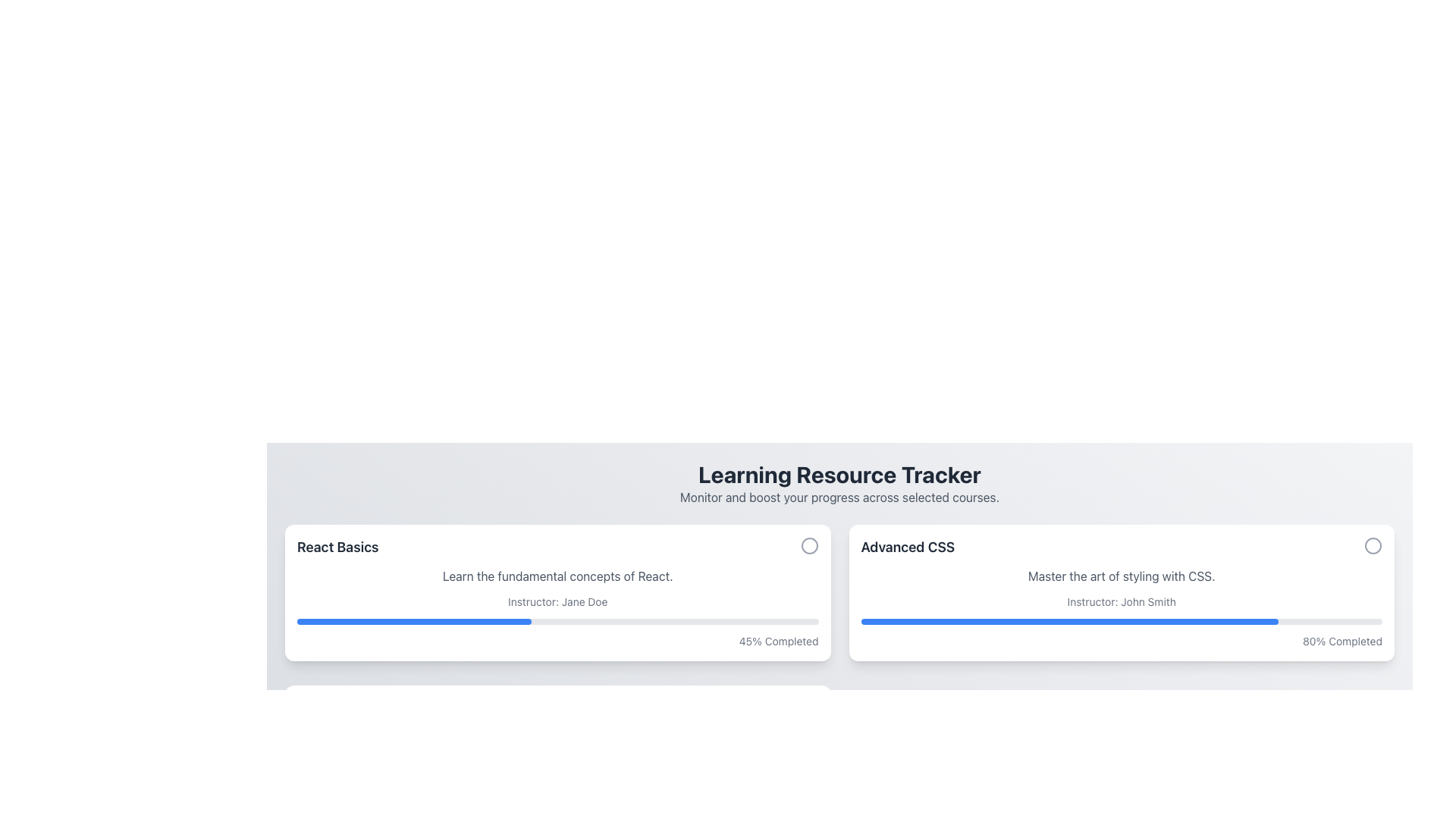  I want to click on the circular SVG graphic with a green stroke located below the main content area, indicating a confirmation or success visual cue, so click(808, 707).